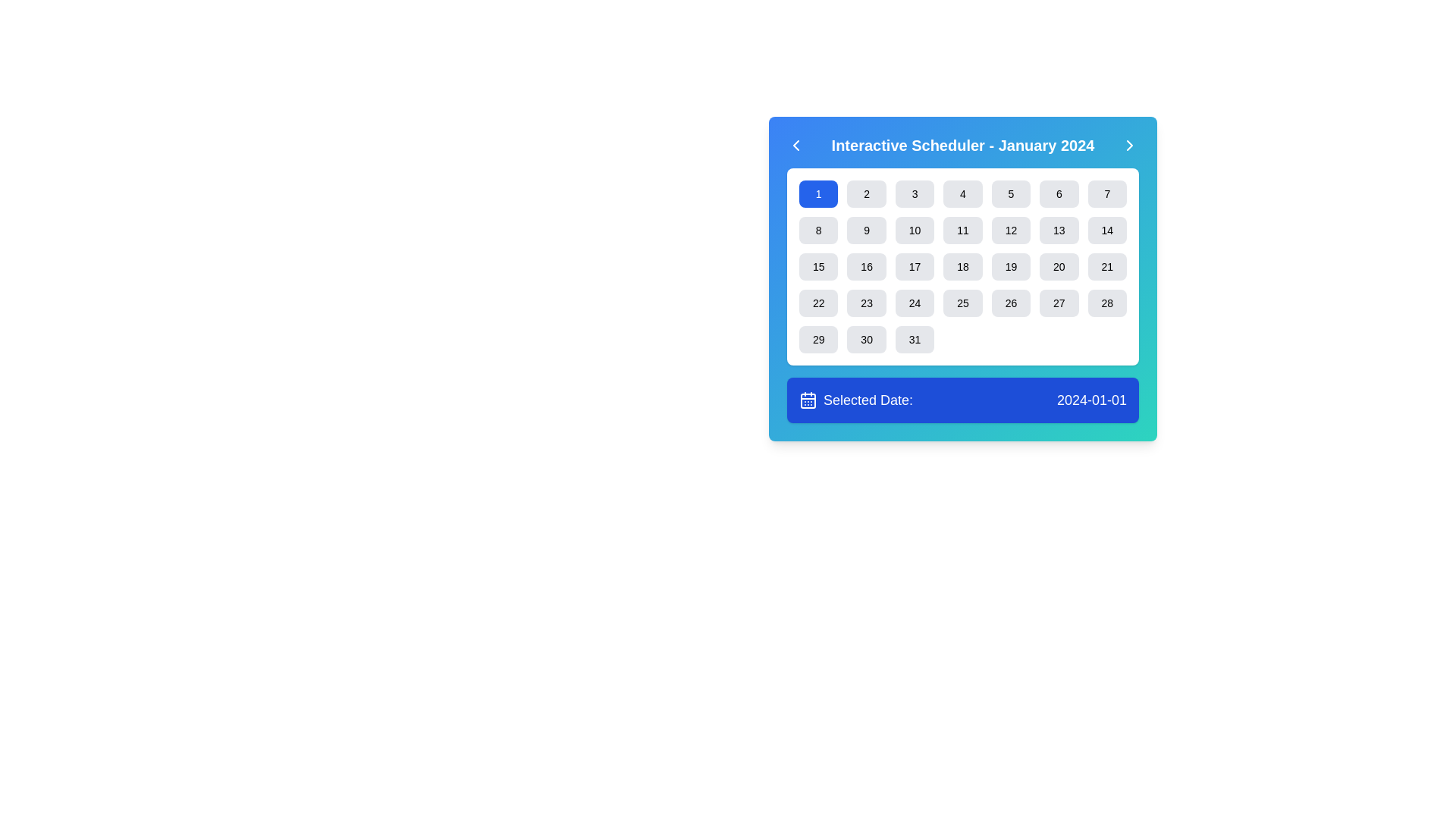 The width and height of the screenshot is (1456, 819). What do you see at coordinates (962, 193) in the screenshot?
I see `the rectangular button labeled '4' in the calendar grid layout` at bounding box center [962, 193].